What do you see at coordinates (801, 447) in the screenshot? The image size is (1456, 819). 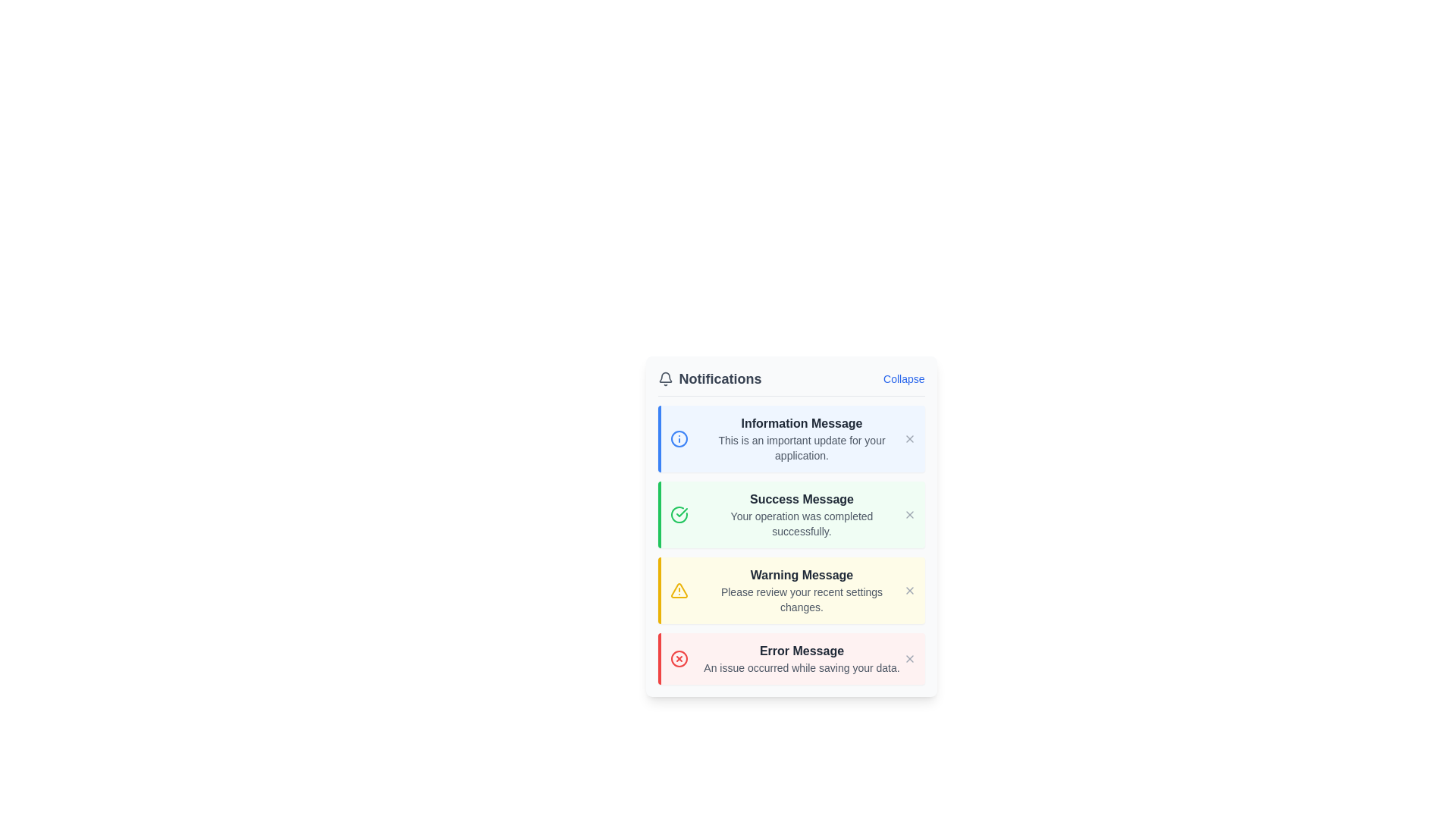 I see `informative text displayed in the static text field related to 'Information Message', which is centrally aligned within the notification box` at bounding box center [801, 447].